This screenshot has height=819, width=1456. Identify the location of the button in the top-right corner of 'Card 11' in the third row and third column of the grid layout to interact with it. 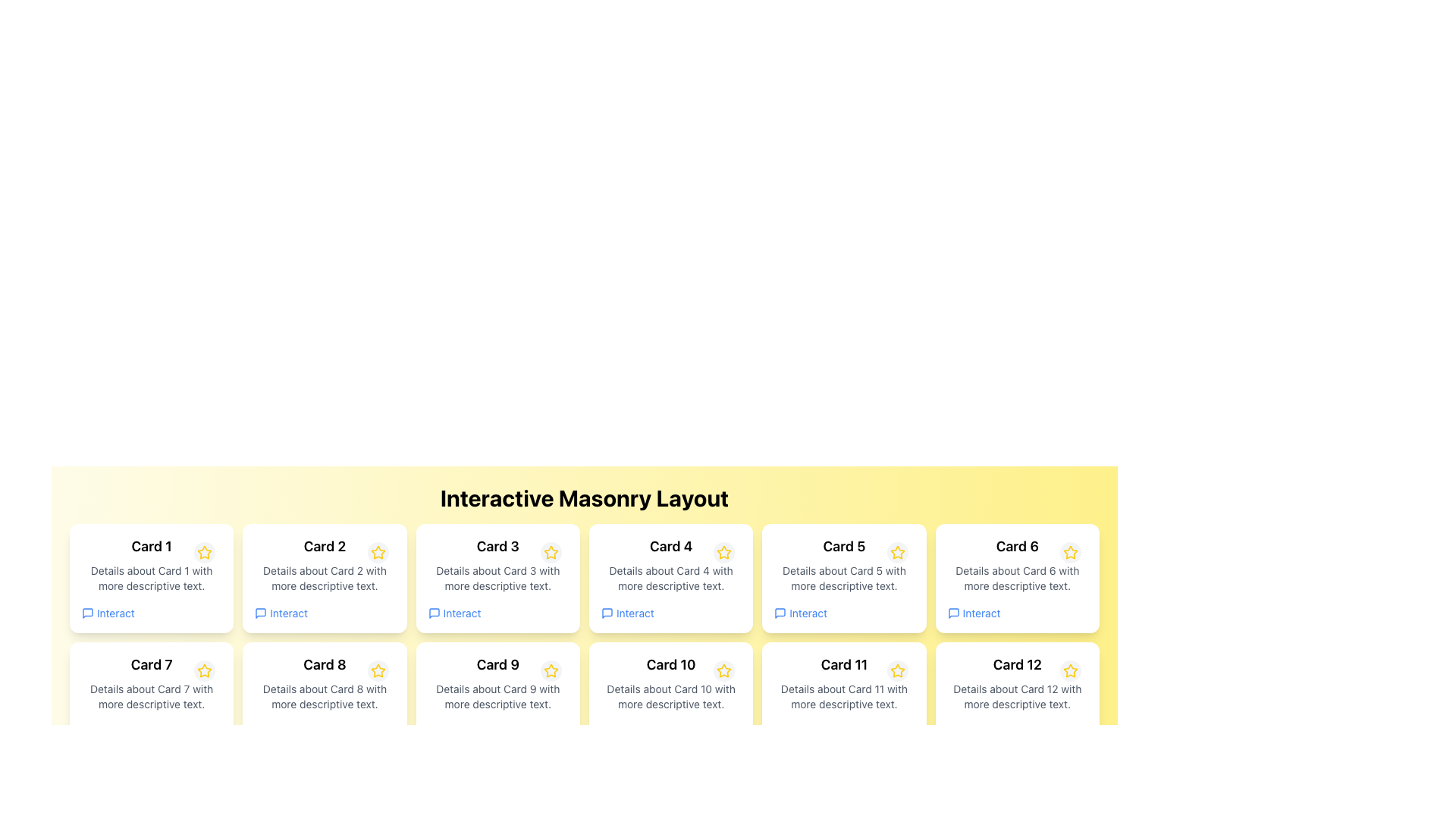
(897, 670).